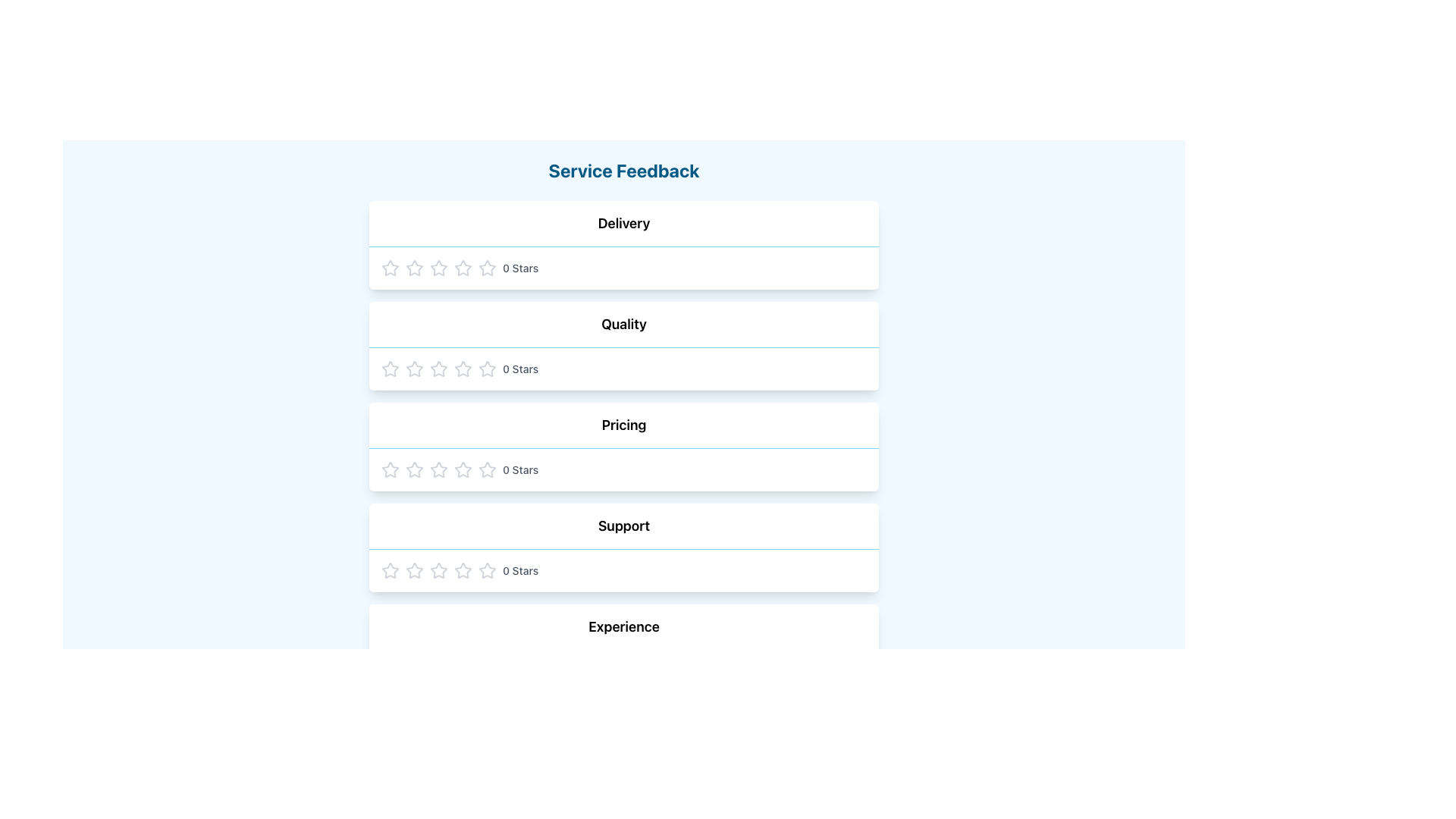 This screenshot has width=1456, height=819. Describe the element at coordinates (462, 369) in the screenshot. I see `the first star-shaped icon in the star rating control under the 'Quality' category` at that location.